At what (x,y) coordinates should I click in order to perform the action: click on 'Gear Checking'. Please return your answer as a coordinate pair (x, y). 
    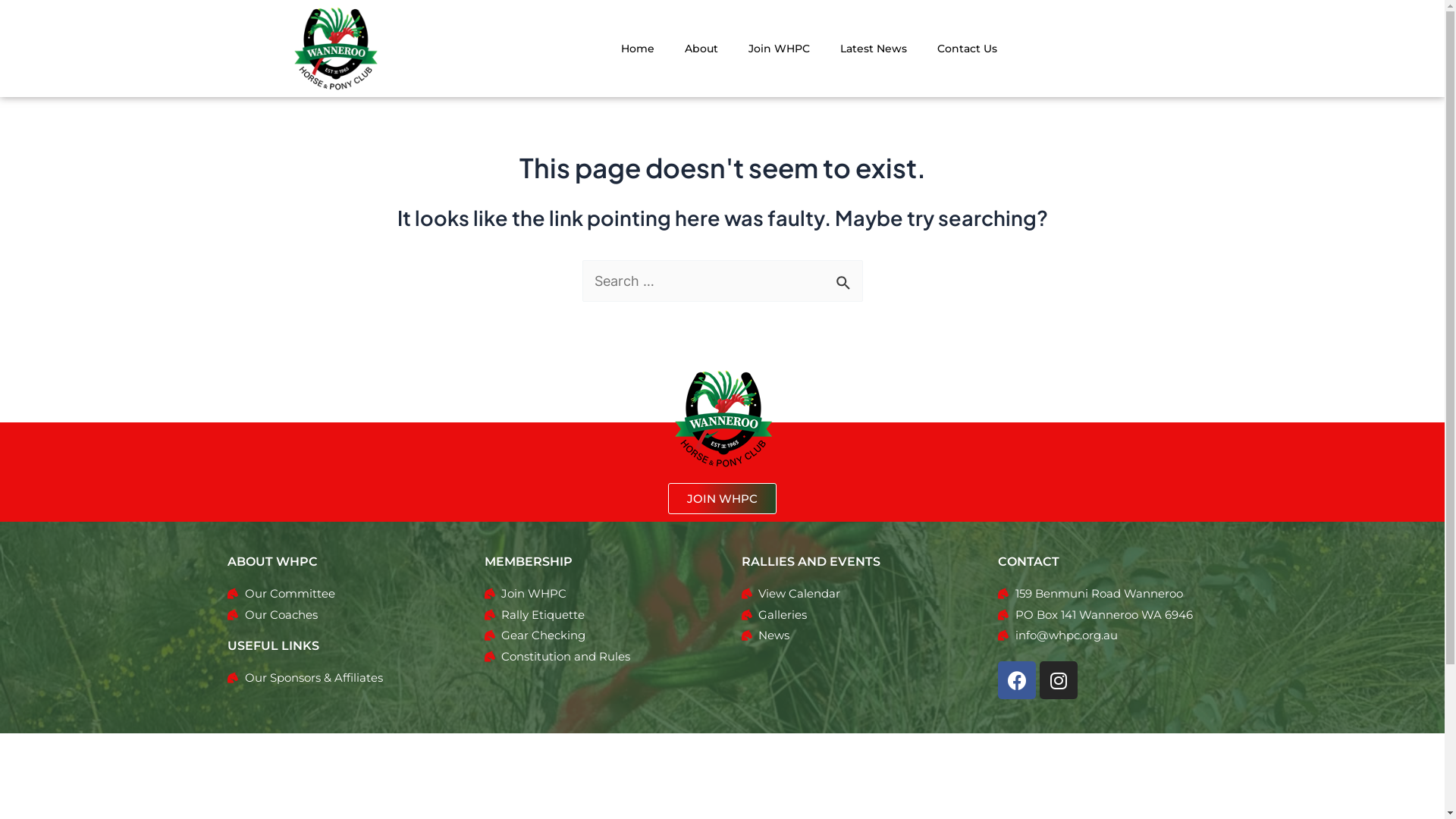
    Looking at the image, I should click on (593, 635).